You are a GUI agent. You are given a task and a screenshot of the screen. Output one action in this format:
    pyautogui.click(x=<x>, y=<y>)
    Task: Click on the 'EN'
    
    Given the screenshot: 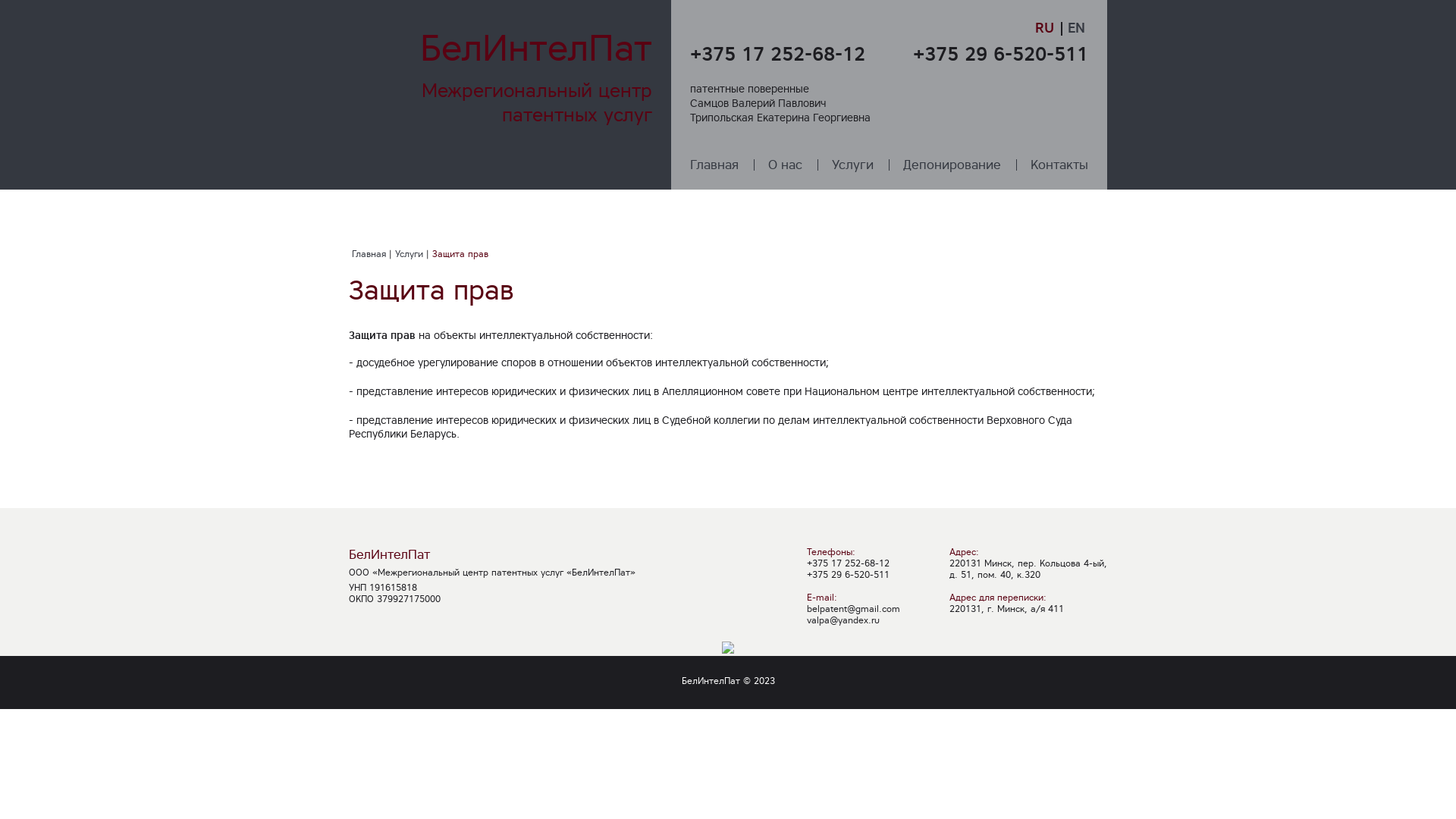 What is the action you would take?
    pyautogui.click(x=1075, y=27)
    